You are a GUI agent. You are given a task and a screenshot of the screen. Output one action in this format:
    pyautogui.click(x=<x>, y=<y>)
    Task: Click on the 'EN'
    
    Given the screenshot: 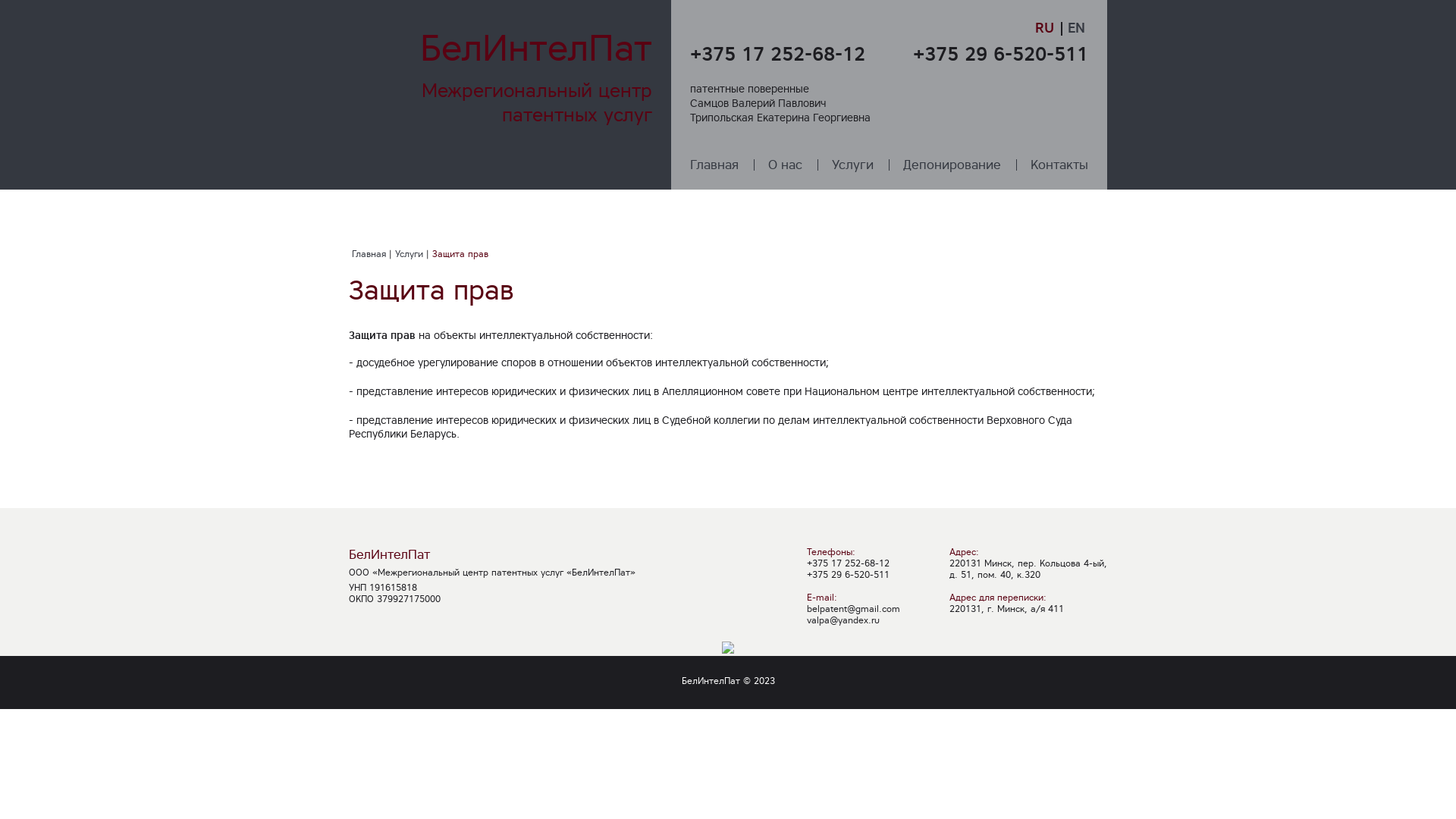 What is the action you would take?
    pyautogui.click(x=1075, y=27)
    